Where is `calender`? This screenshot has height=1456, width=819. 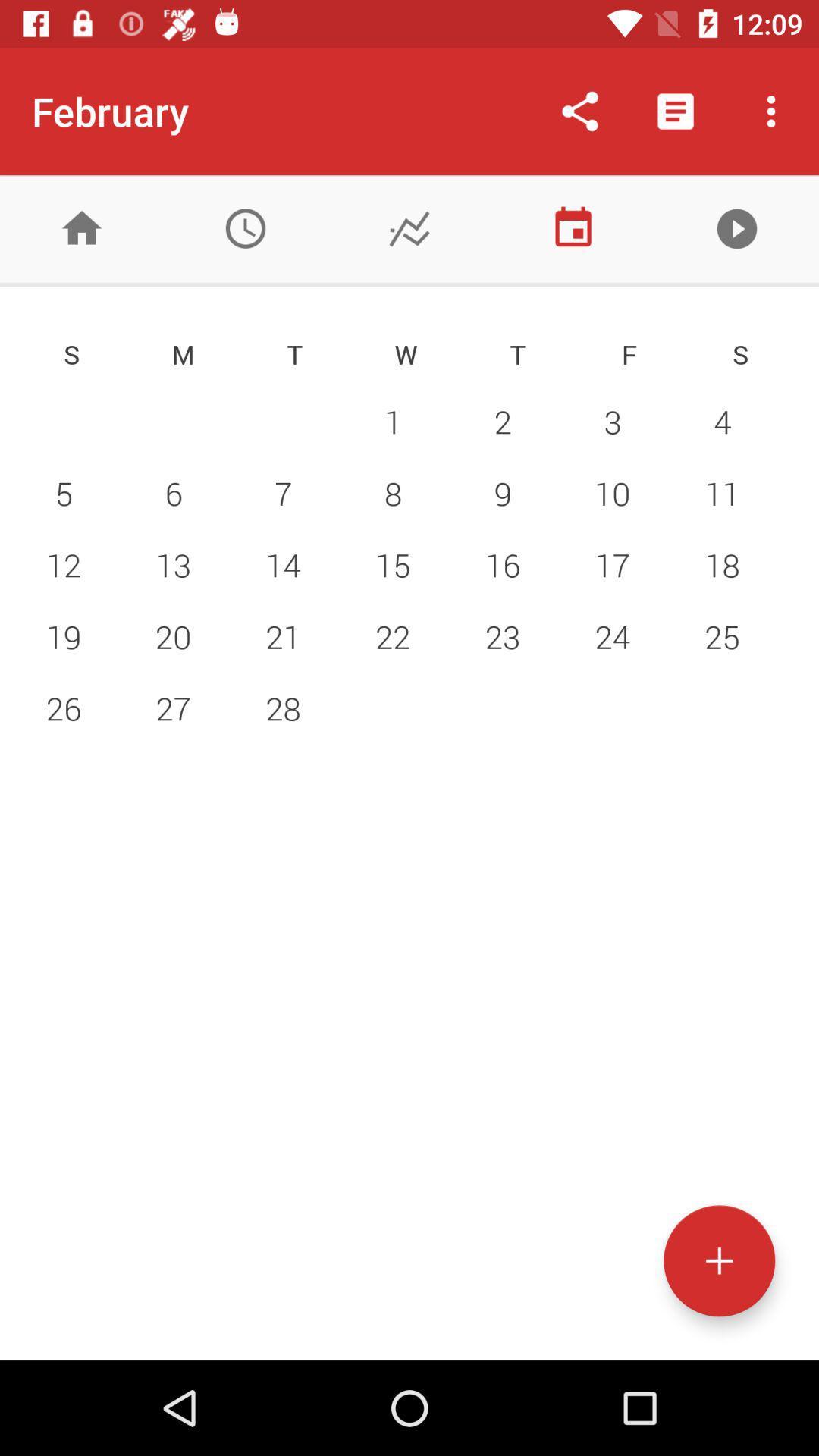 calender is located at coordinates (573, 227).